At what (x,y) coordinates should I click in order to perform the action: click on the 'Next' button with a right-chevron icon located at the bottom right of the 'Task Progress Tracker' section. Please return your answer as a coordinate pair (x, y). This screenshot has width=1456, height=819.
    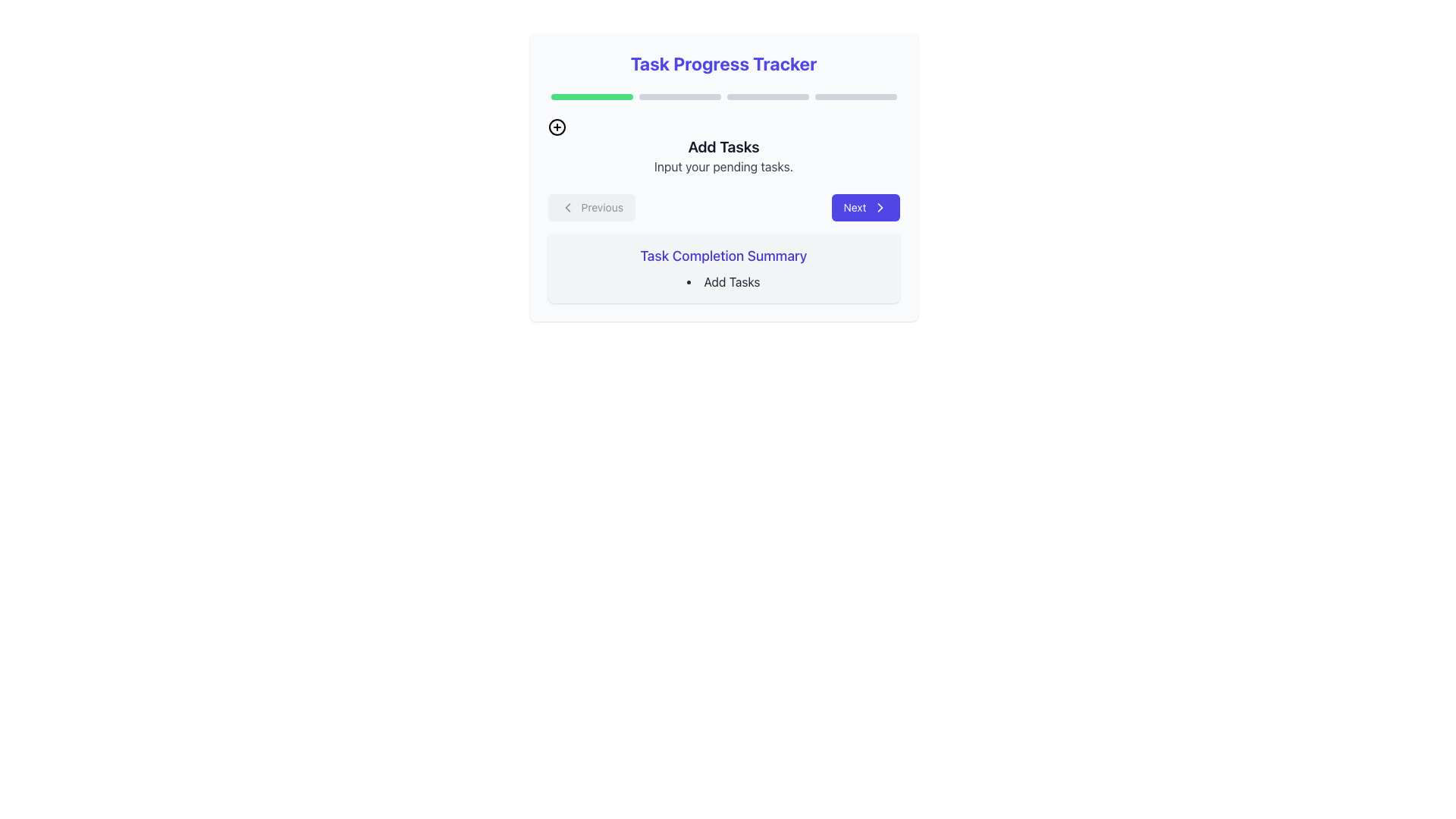
    Looking at the image, I should click on (865, 207).